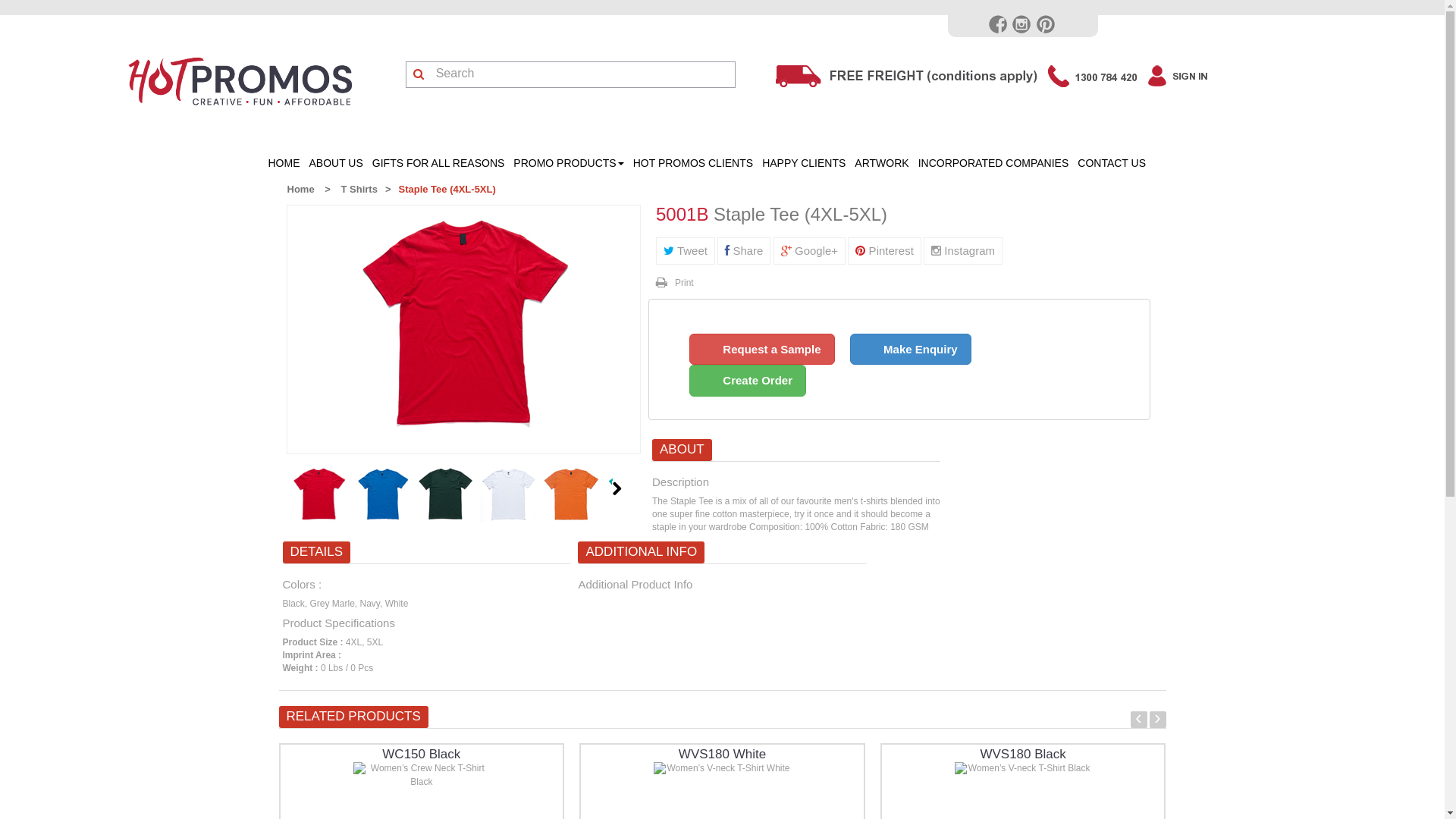 This screenshot has width=1456, height=819. What do you see at coordinates (358, 188) in the screenshot?
I see `'T Shirts'` at bounding box center [358, 188].